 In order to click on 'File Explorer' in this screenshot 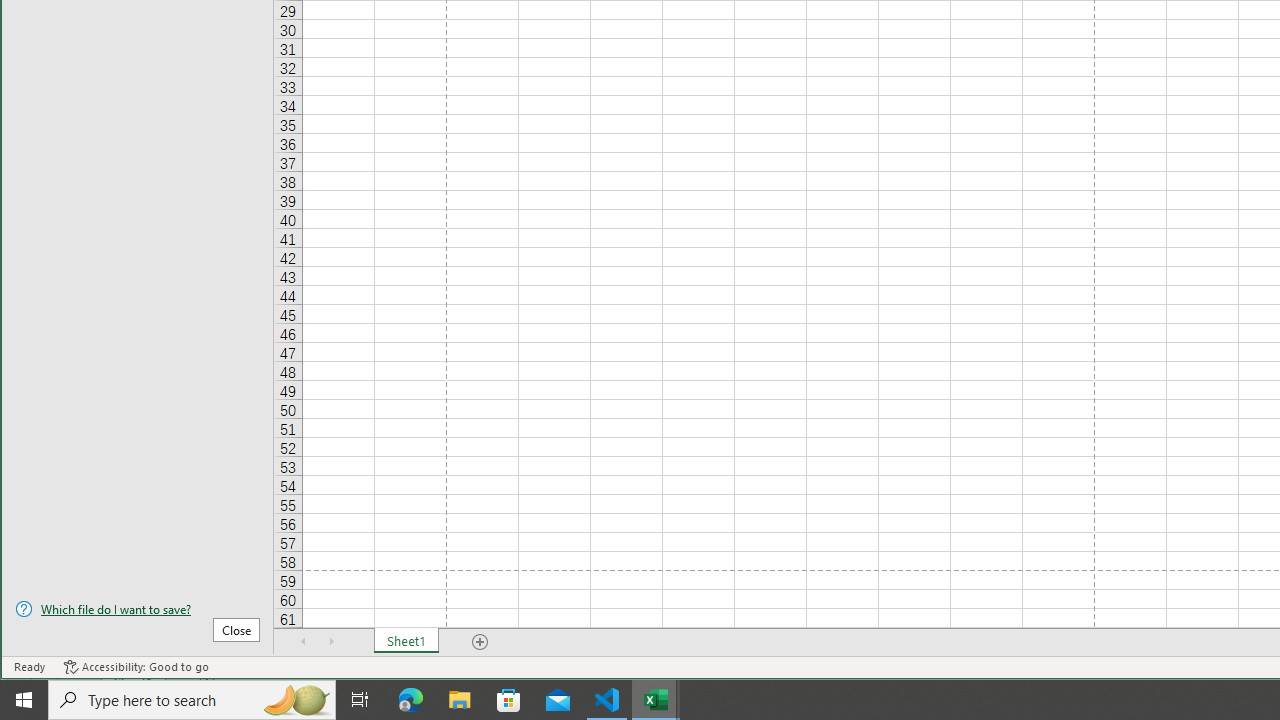, I will do `click(459, 698)`.